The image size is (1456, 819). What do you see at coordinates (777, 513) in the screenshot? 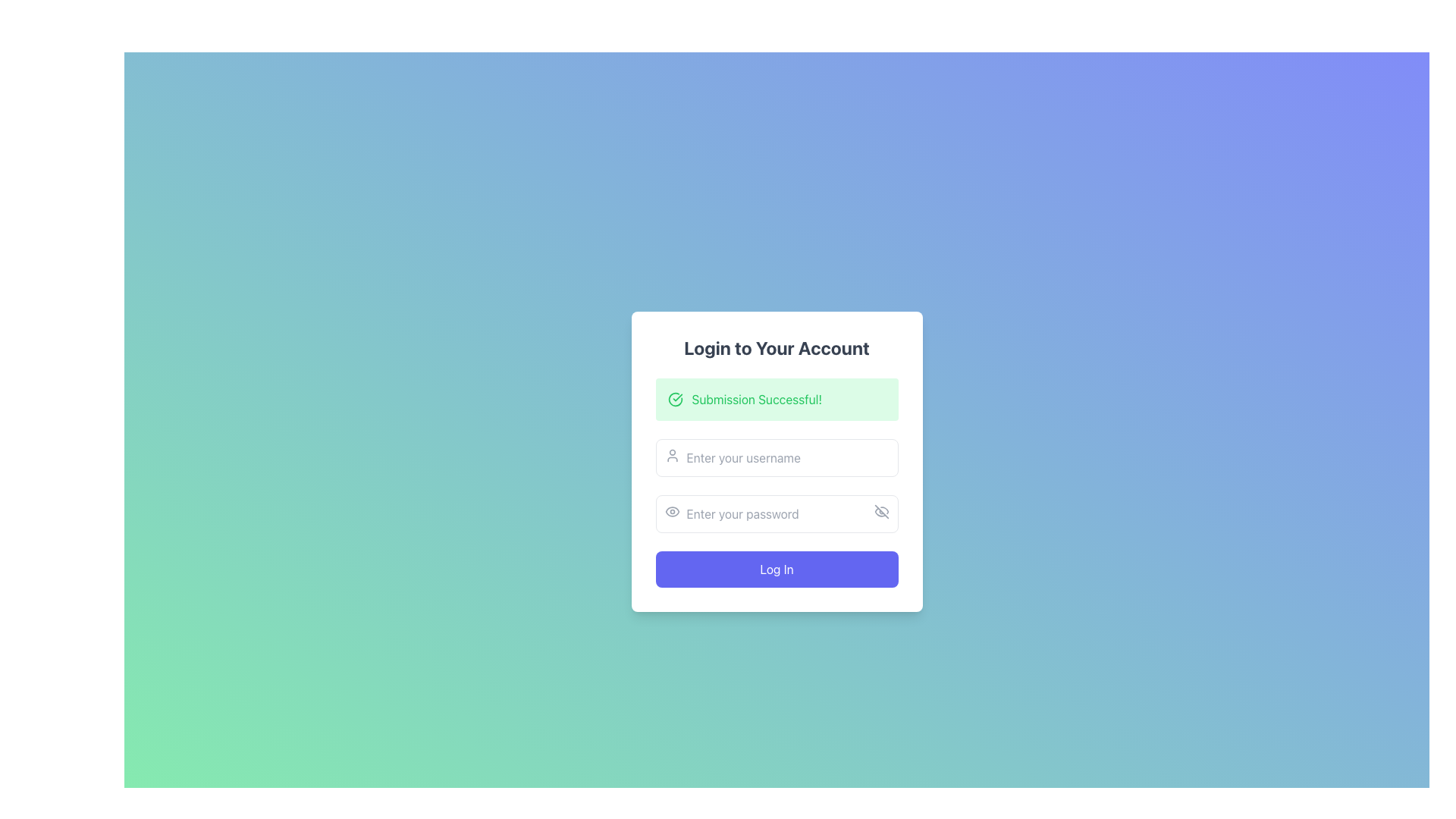
I see `the password input field with placeholder text 'Enter your password', located below the username field and above the Log In button` at bounding box center [777, 513].